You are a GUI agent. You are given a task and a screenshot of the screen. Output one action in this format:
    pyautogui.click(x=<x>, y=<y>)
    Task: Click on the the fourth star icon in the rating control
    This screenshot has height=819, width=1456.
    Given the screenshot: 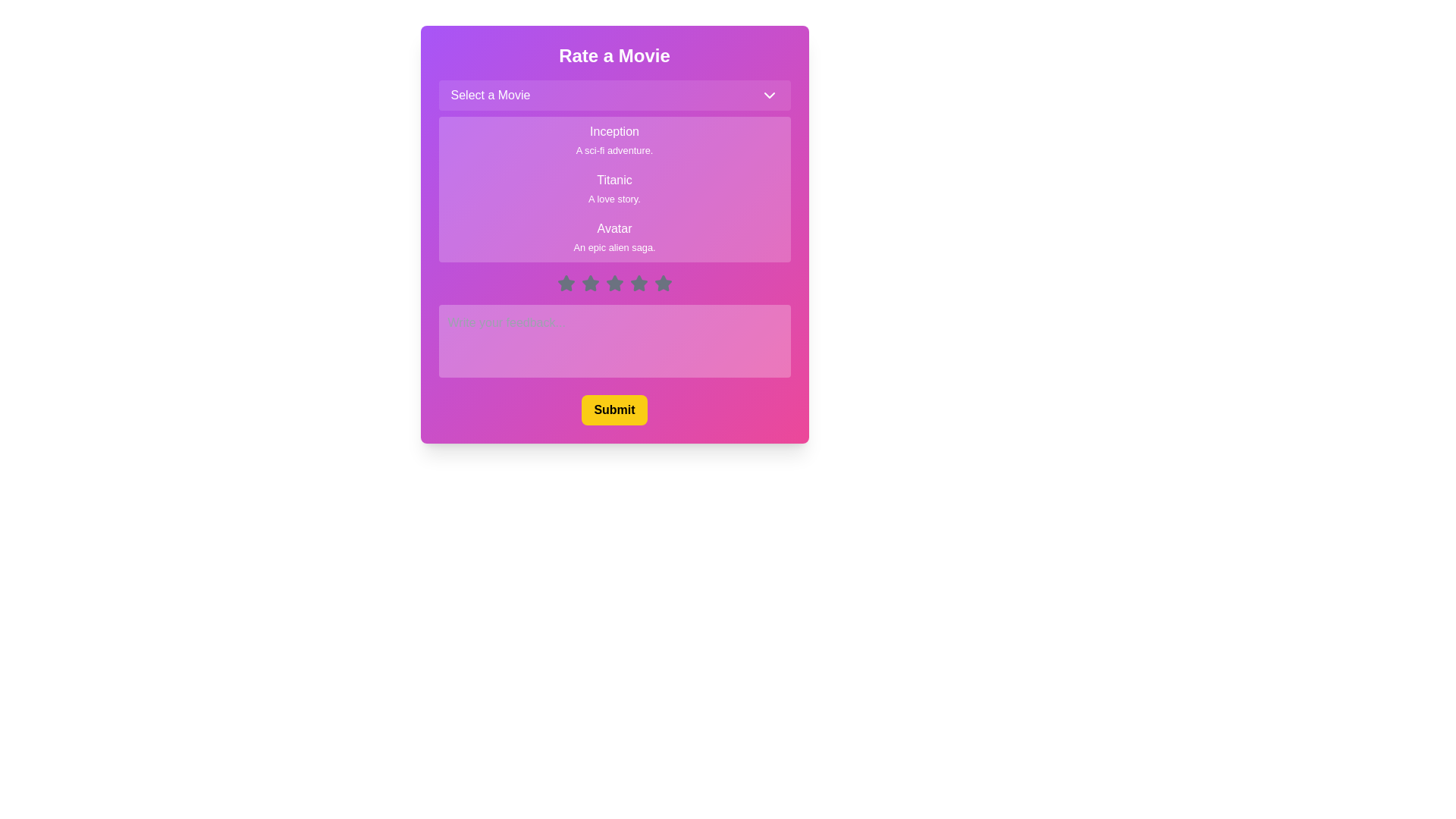 What is the action you would take?
    pyautogui.click(x=614, y=283)
    